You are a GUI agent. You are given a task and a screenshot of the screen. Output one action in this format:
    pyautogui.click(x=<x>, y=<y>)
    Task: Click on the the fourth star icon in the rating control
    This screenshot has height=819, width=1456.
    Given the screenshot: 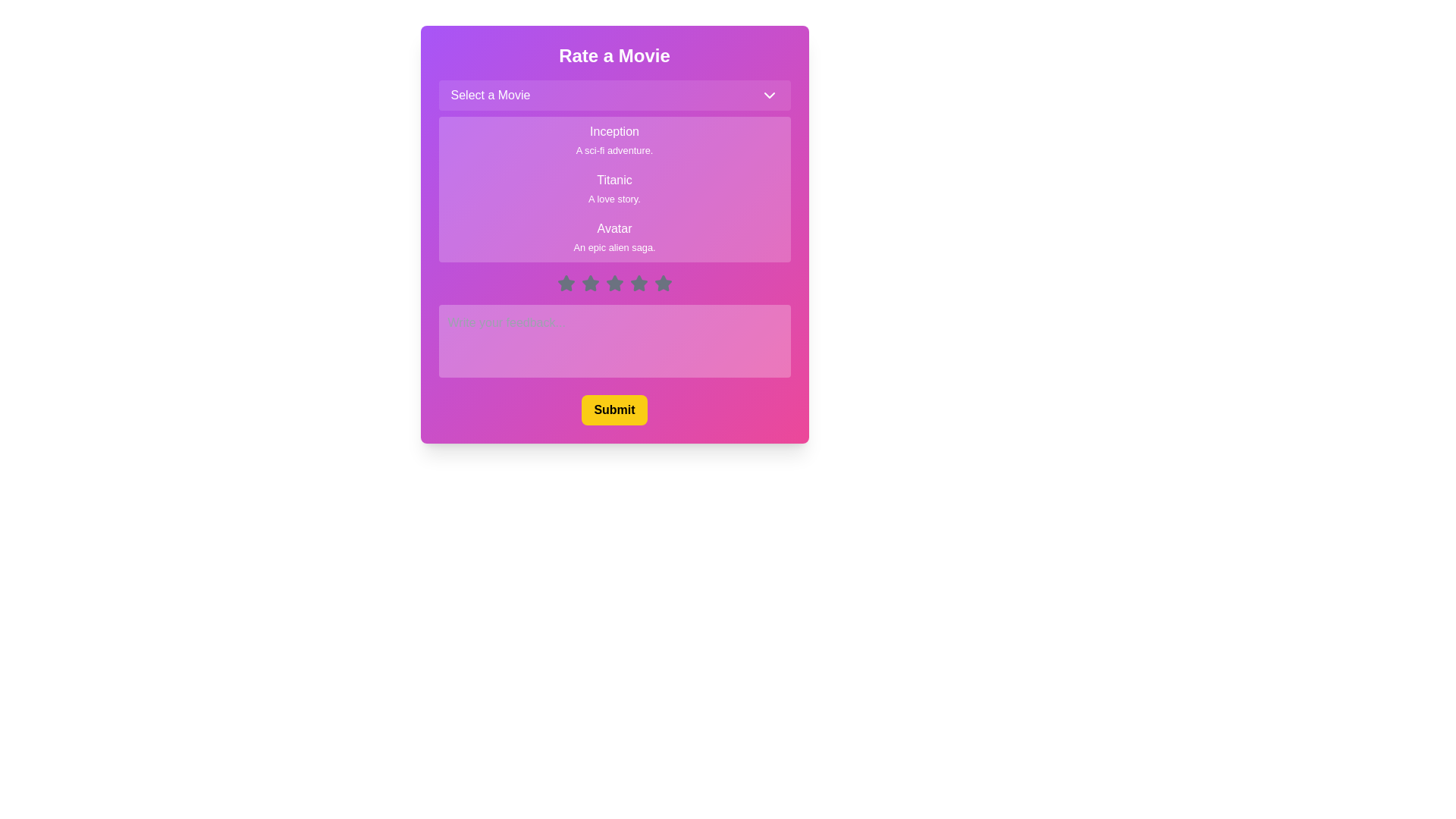 What is the action you would take?
    pyautogui.click(x=614, y=283)
    